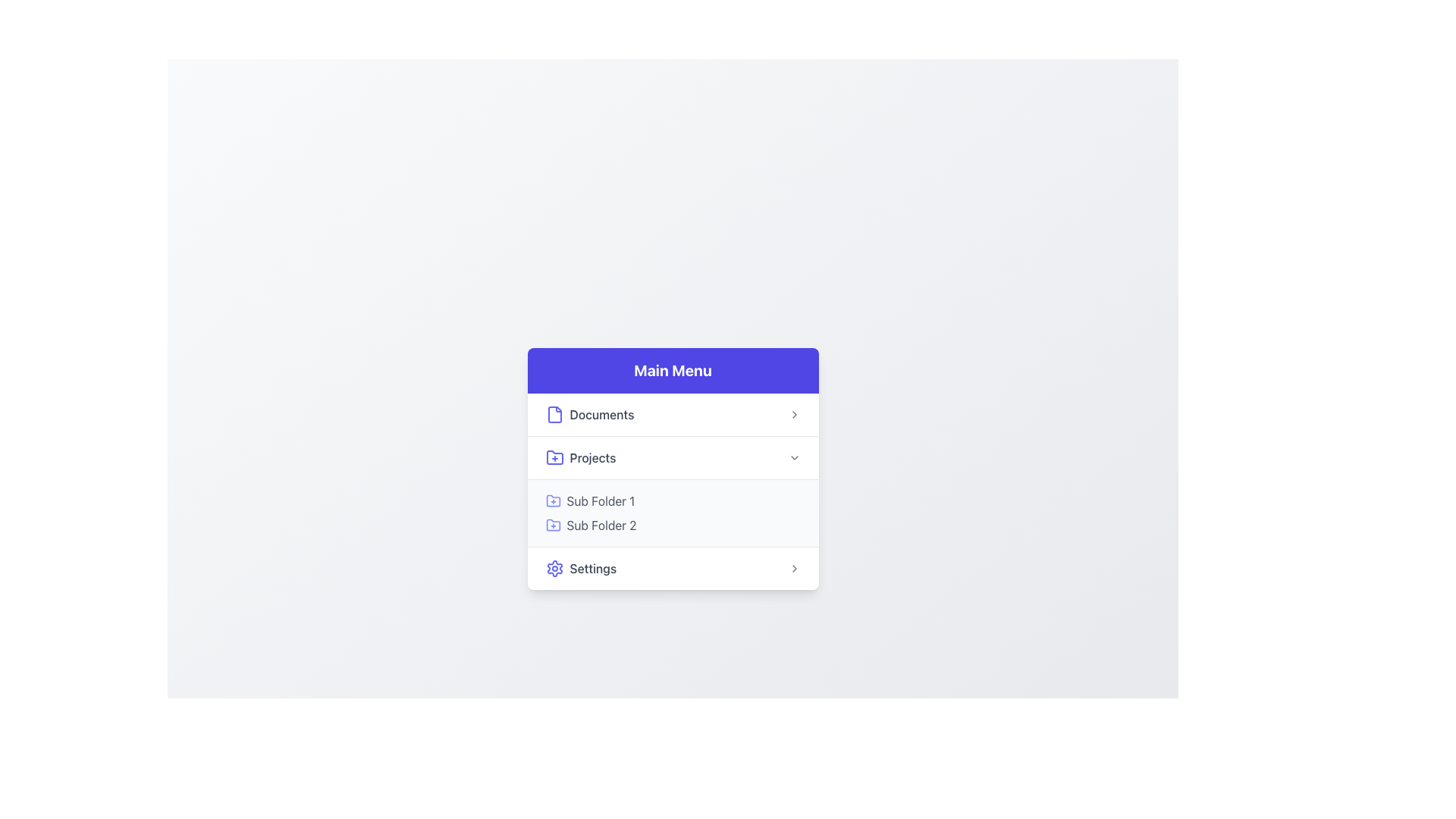 The width and height of the screenshot is (1456, 819). Describe the element at coordinates (672, 567) in the screenshot. I see `the settings navigation link located at the bottom of the vertical menu list` at that location.